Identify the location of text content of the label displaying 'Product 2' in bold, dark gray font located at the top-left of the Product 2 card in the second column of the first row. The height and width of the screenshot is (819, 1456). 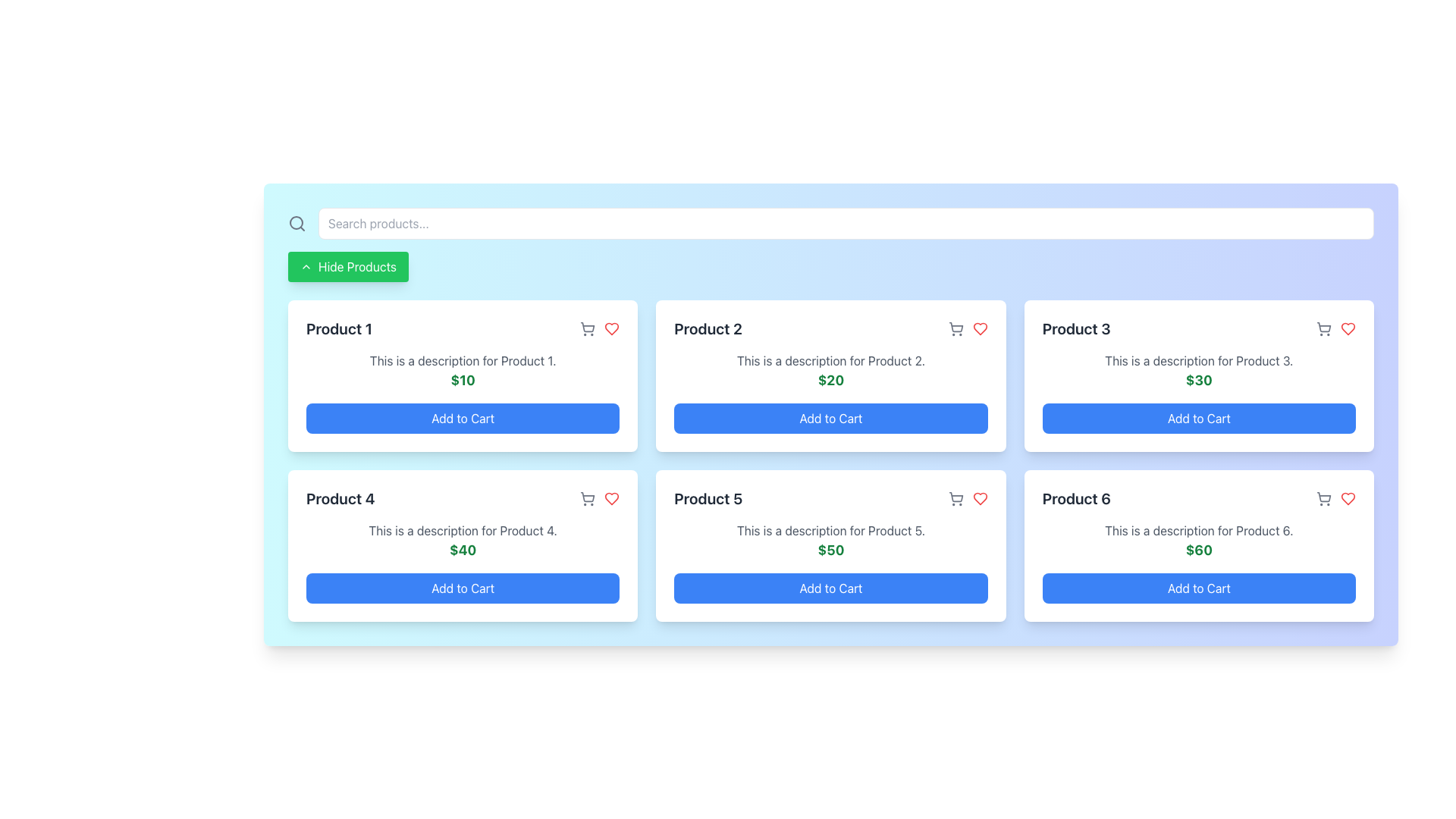
(708, 328).